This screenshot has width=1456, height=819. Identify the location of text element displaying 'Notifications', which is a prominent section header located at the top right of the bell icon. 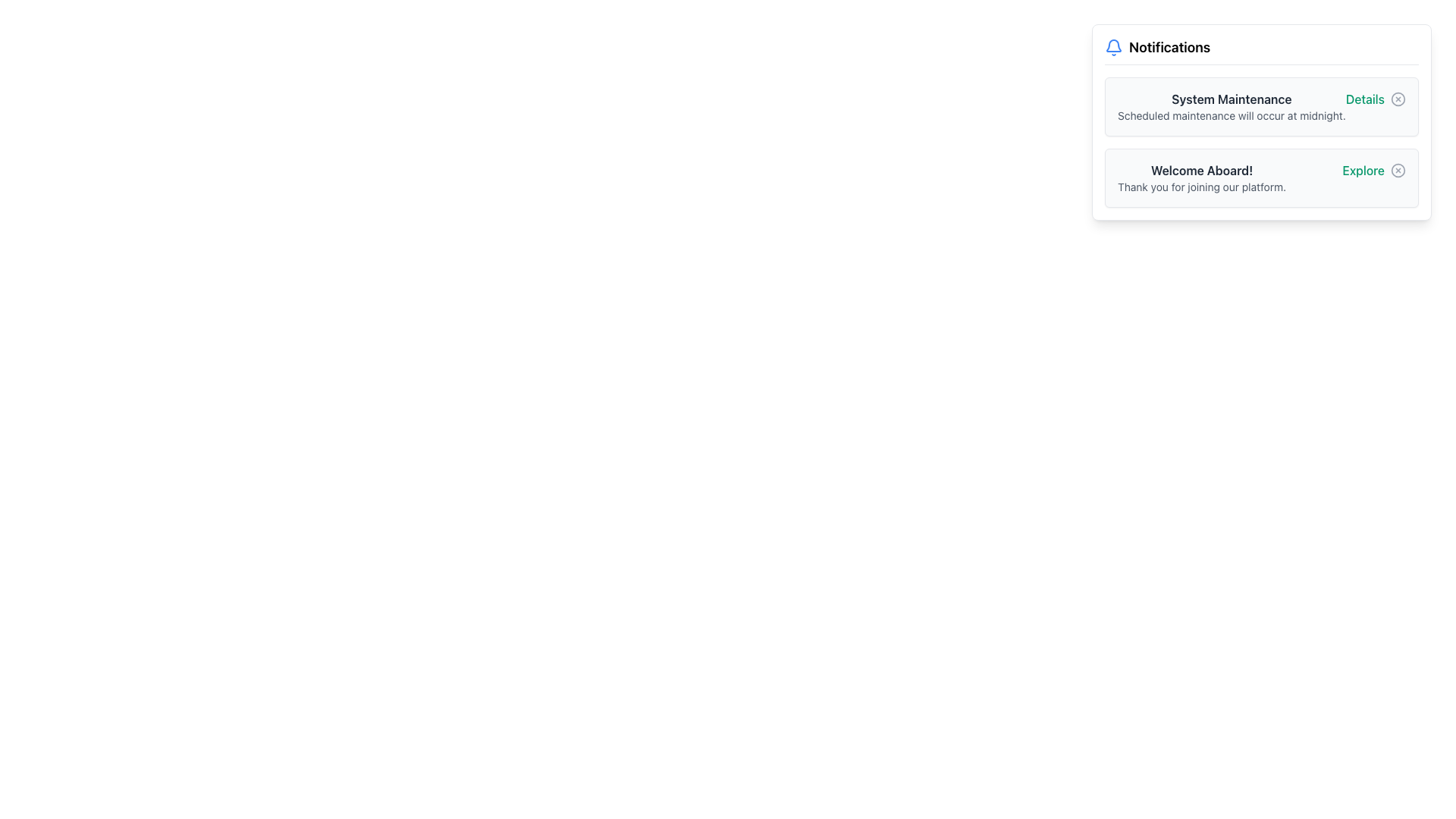
(1169, 46).